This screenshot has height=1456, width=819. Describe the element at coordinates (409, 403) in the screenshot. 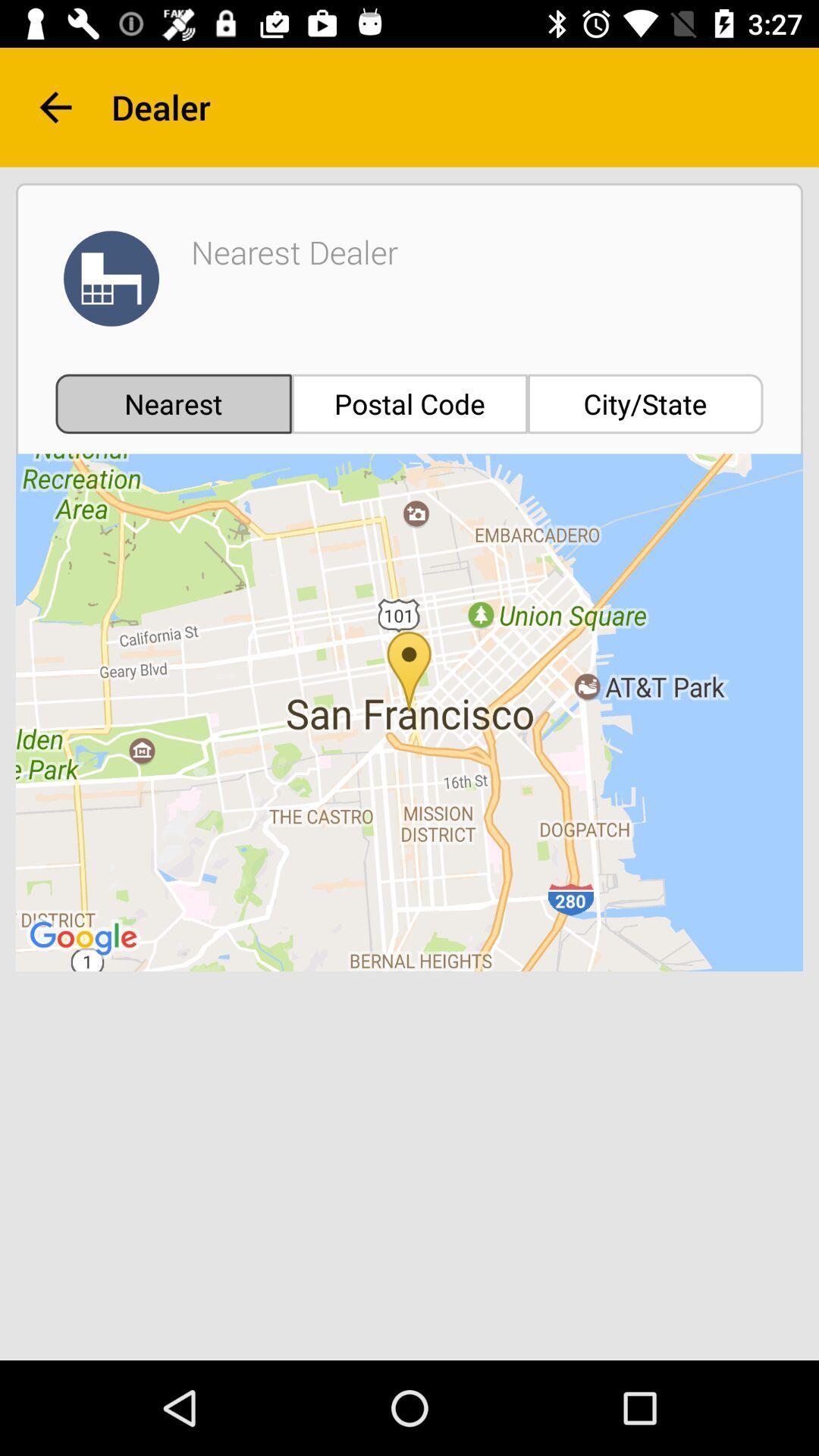

I see `the item to the right of the nearest` at that location.